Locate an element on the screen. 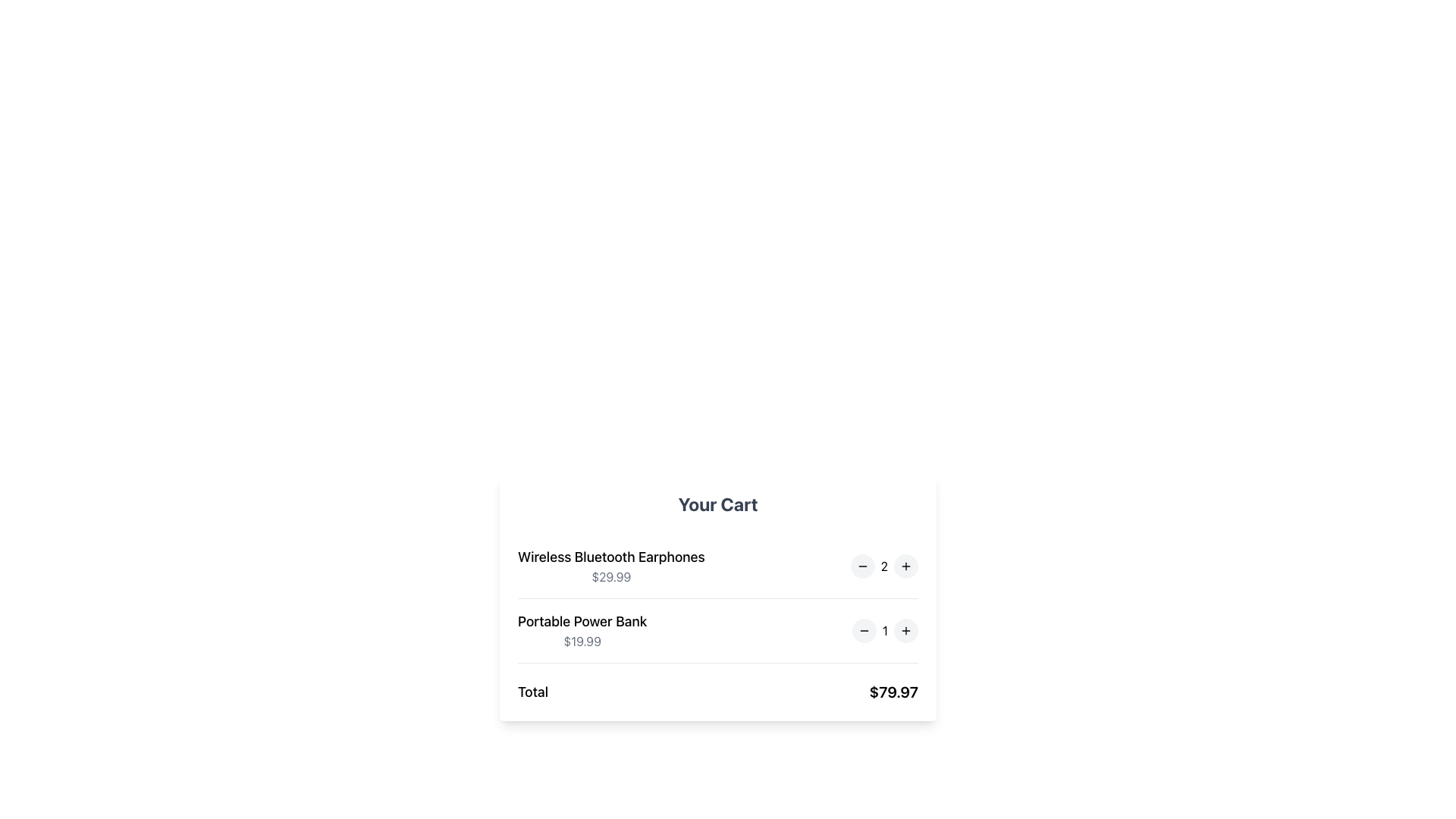  price of the 'Portable Power Bank' item located in the second row of the shopping cart, priced at $19.99 is located at coordinates (717, 631).